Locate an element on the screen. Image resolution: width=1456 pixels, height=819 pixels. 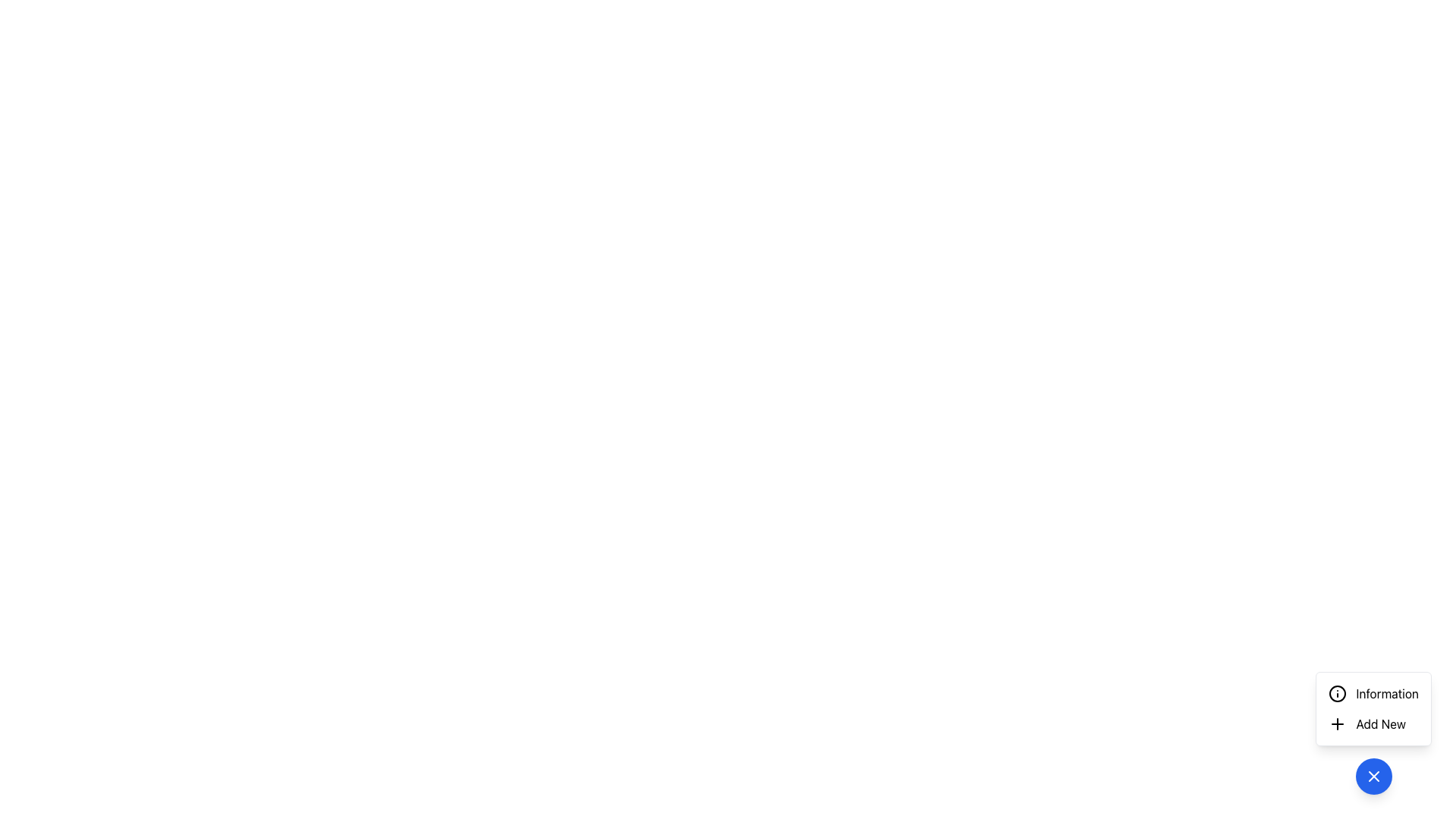
the circular button with a bright blue background and a white cross ('X') icon in the center is located at coordinates (1373, 776).